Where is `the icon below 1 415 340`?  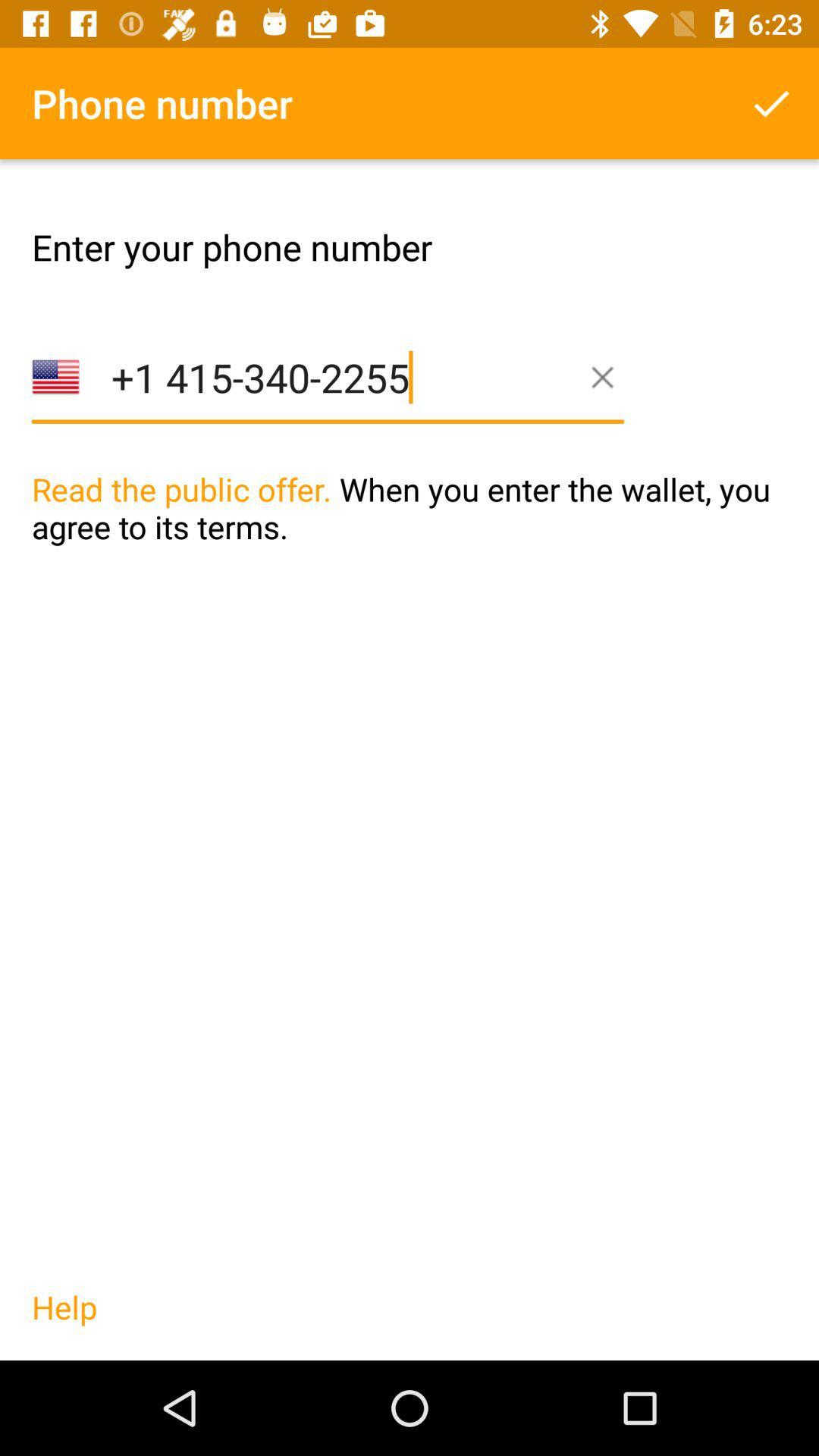 the icon below 1 415 340 is located at coordinates (409, 539).